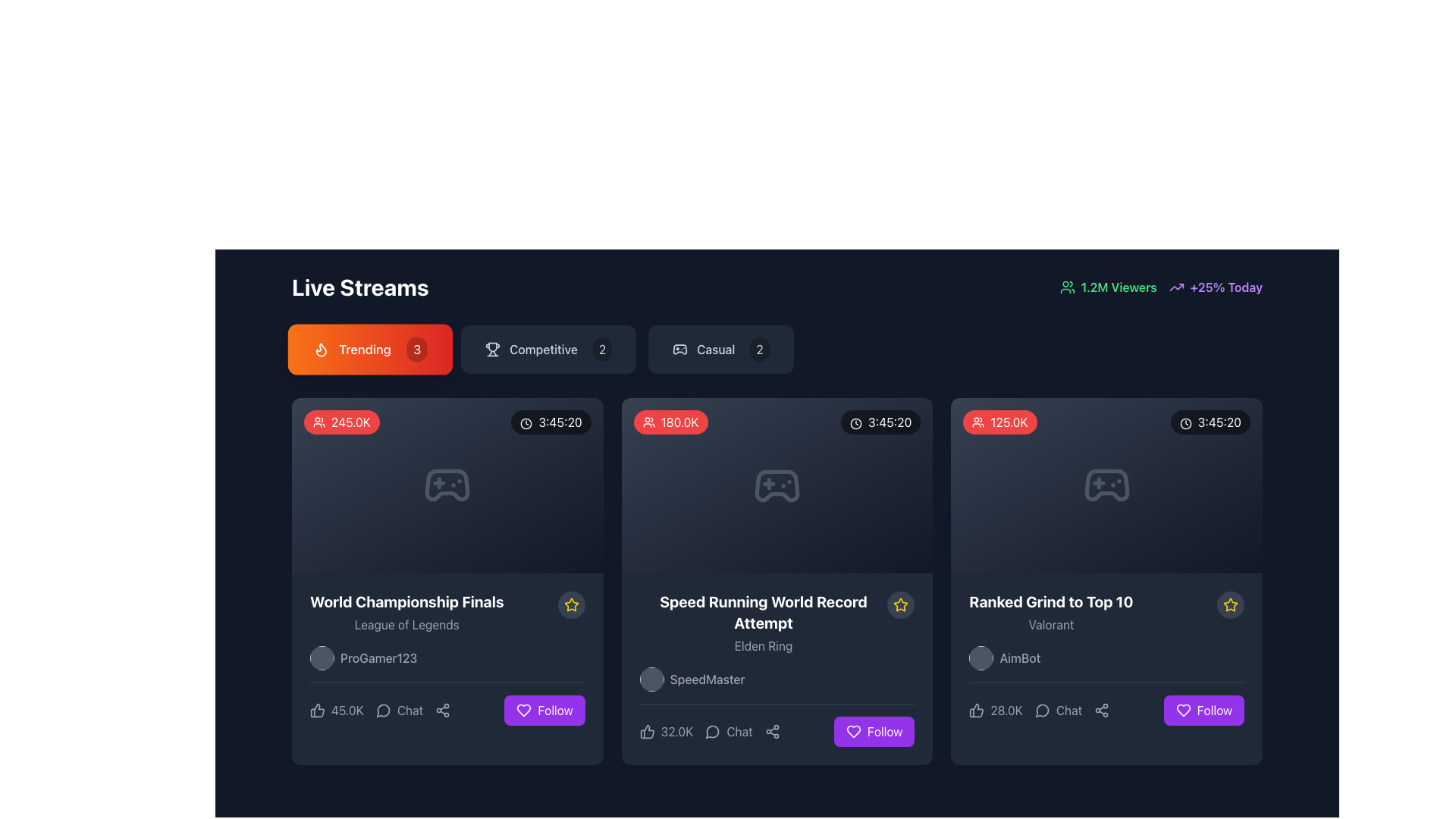 Image resolution: width=1456 pixels, height=819 pixels. Describe the element at coordinates (1230, 604) in the screenshot. I see `the star icon located at the bottom right corner of the 'Ranked Grind to Top 10' content card` at that location.